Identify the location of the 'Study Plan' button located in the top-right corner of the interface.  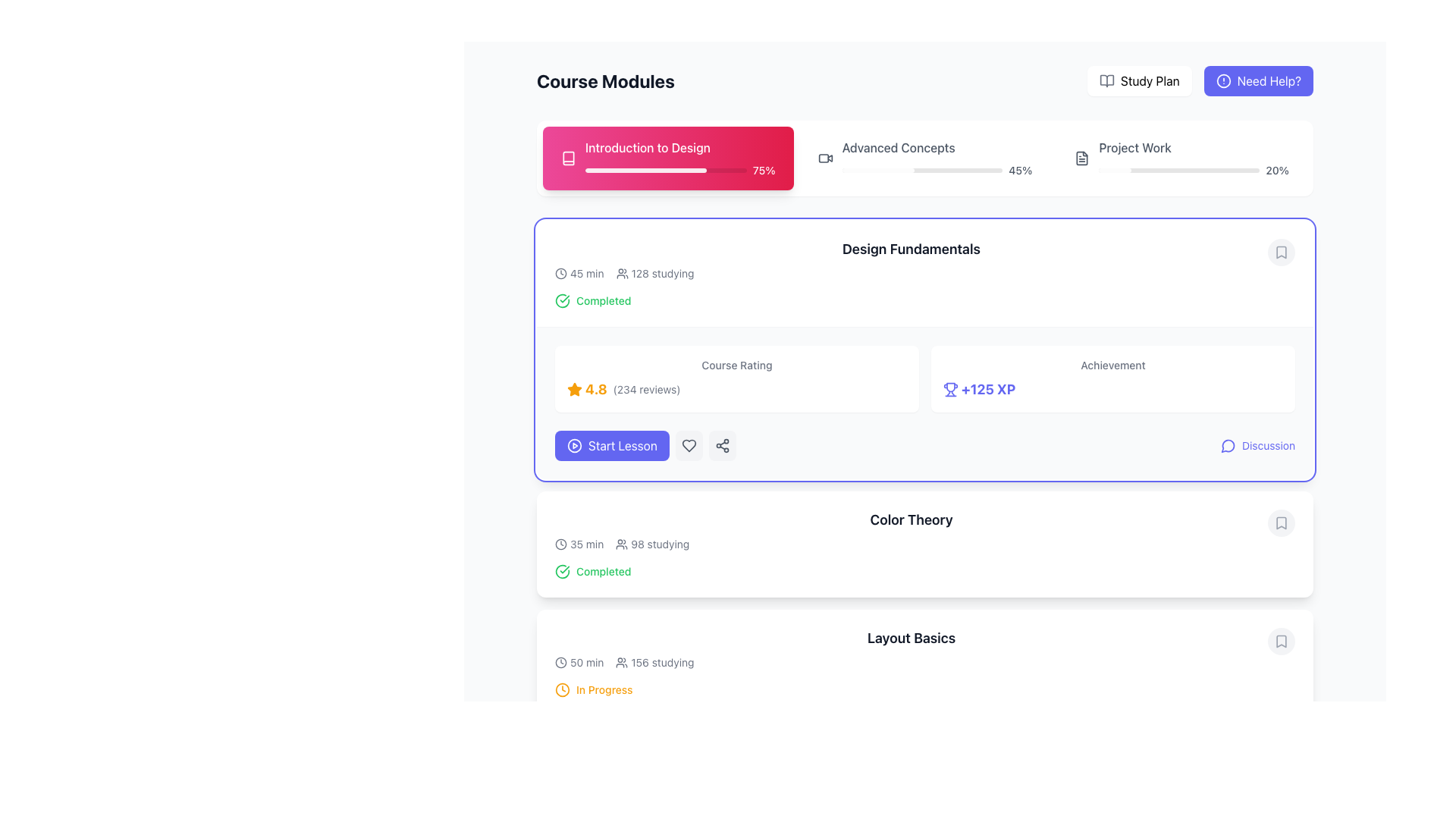
(1139, 81).